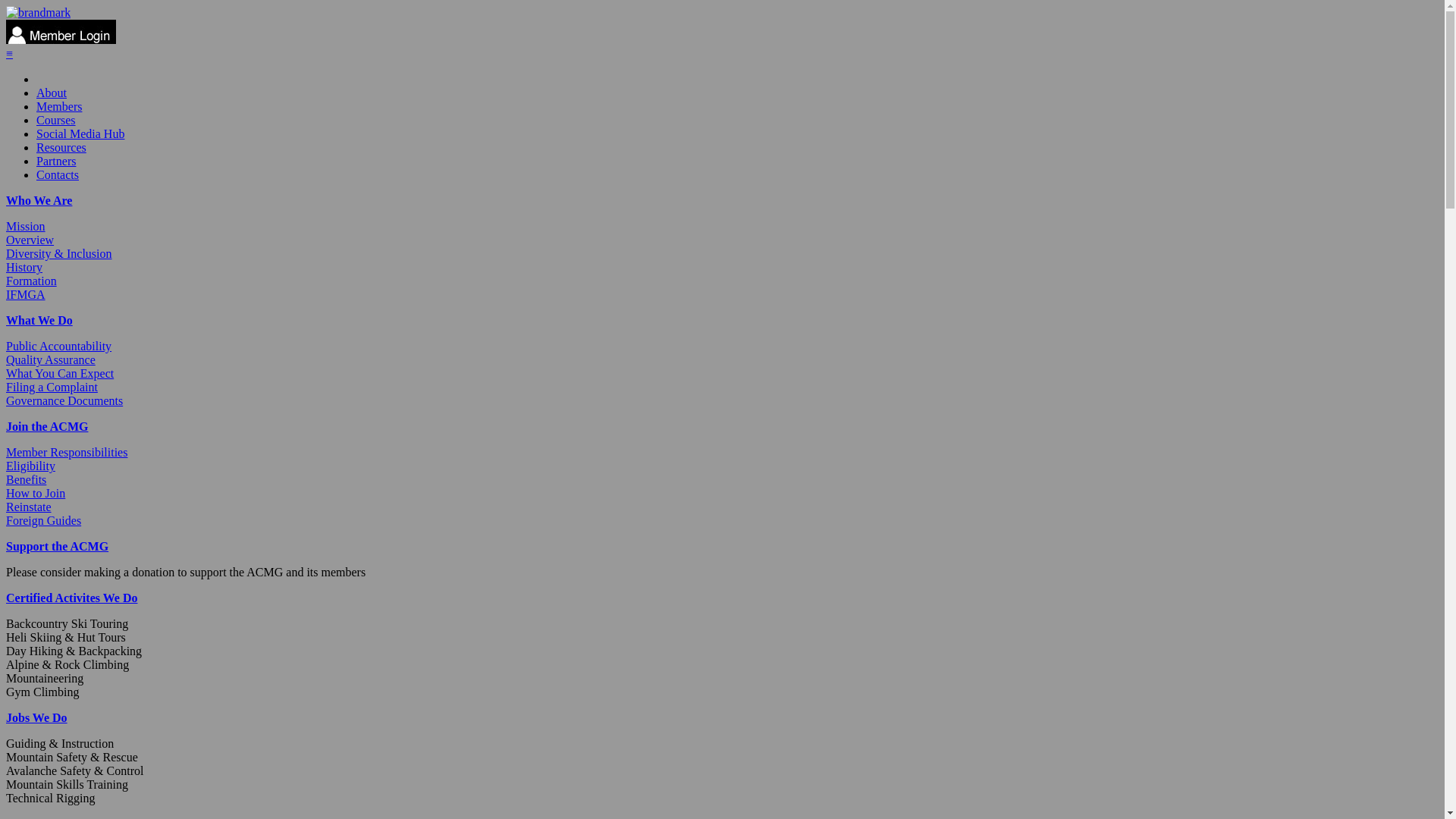 This screenshot has width=1456, height=819. What do you see at coordinates (71, 597) in the screenshot?
I see `'Certified Activites We Do'` at bounding box center [71, 597].